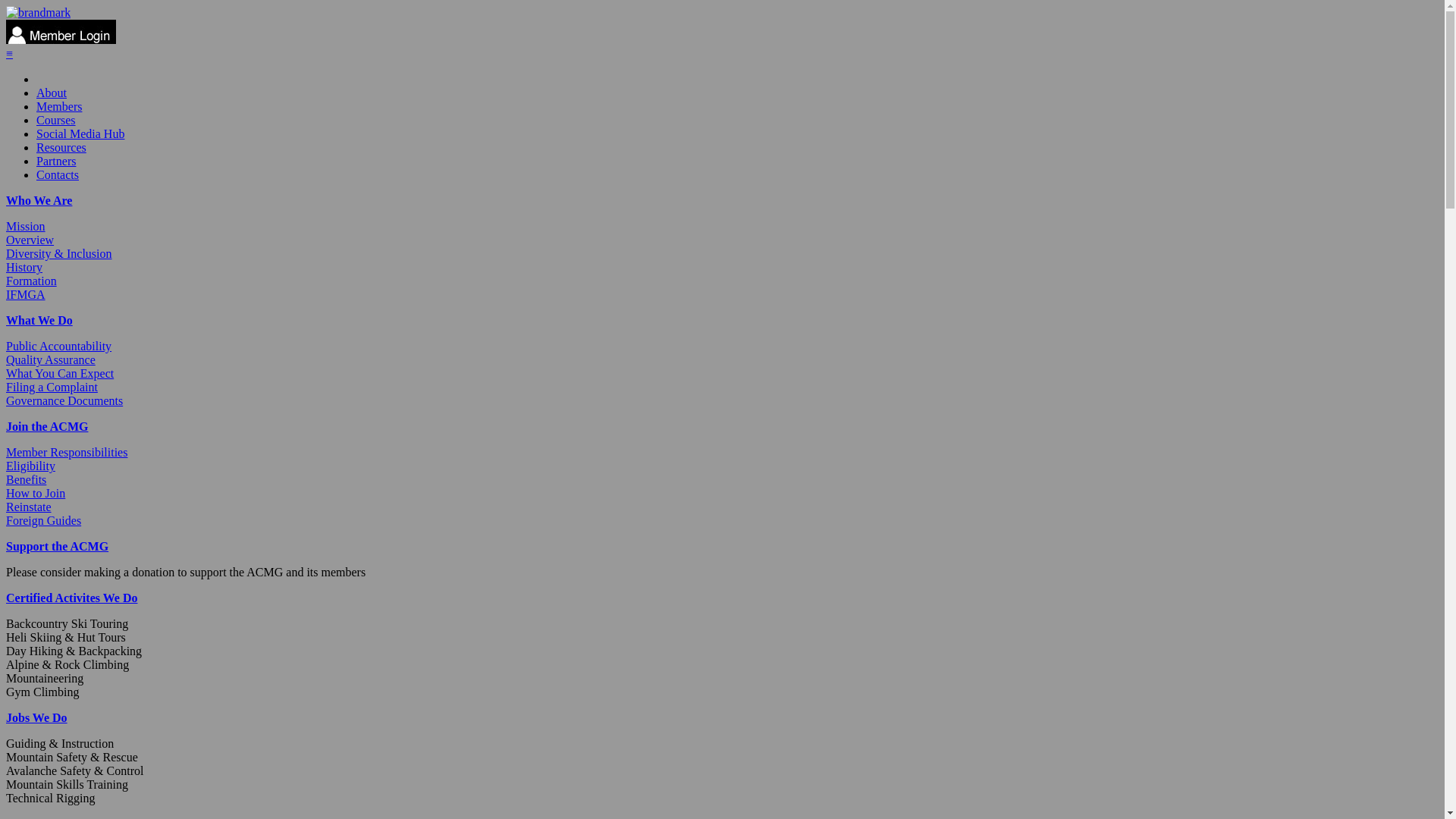 This screenshot has width=1456, height=819. What do you see at coordinates (71, 597) in the screenshot?
I see `'Certified Activites We Do'` at bounding box center [71, 597].